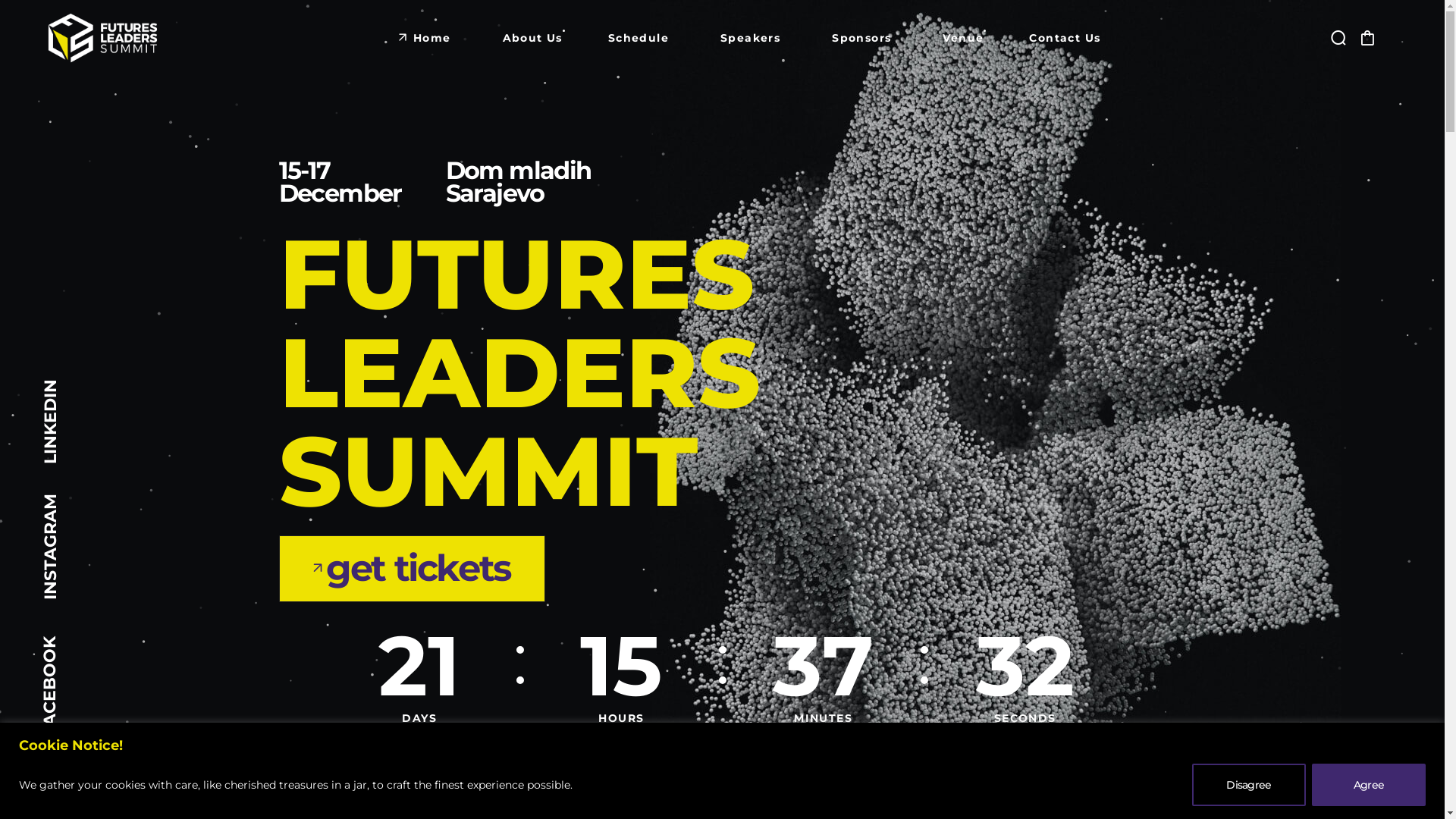 Image resolution: width=1456 pixels, height=819 pixels. Describe the element at coordinates (861, 37) in the screenshot. I see `'Sponsors'` at that location.